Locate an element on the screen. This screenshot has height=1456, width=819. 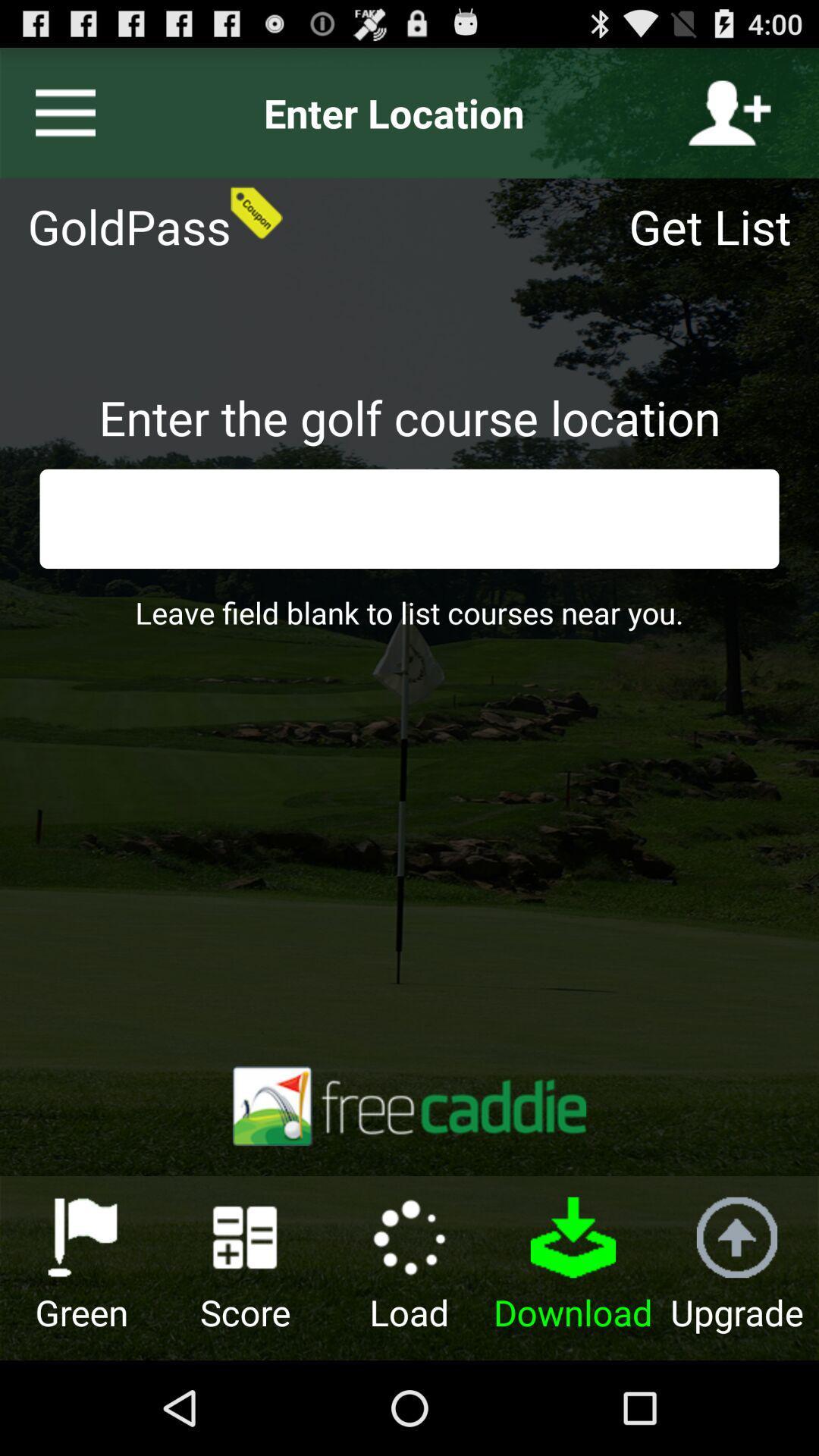
app to the right of the enter location item is located at coordinates (729, 112).